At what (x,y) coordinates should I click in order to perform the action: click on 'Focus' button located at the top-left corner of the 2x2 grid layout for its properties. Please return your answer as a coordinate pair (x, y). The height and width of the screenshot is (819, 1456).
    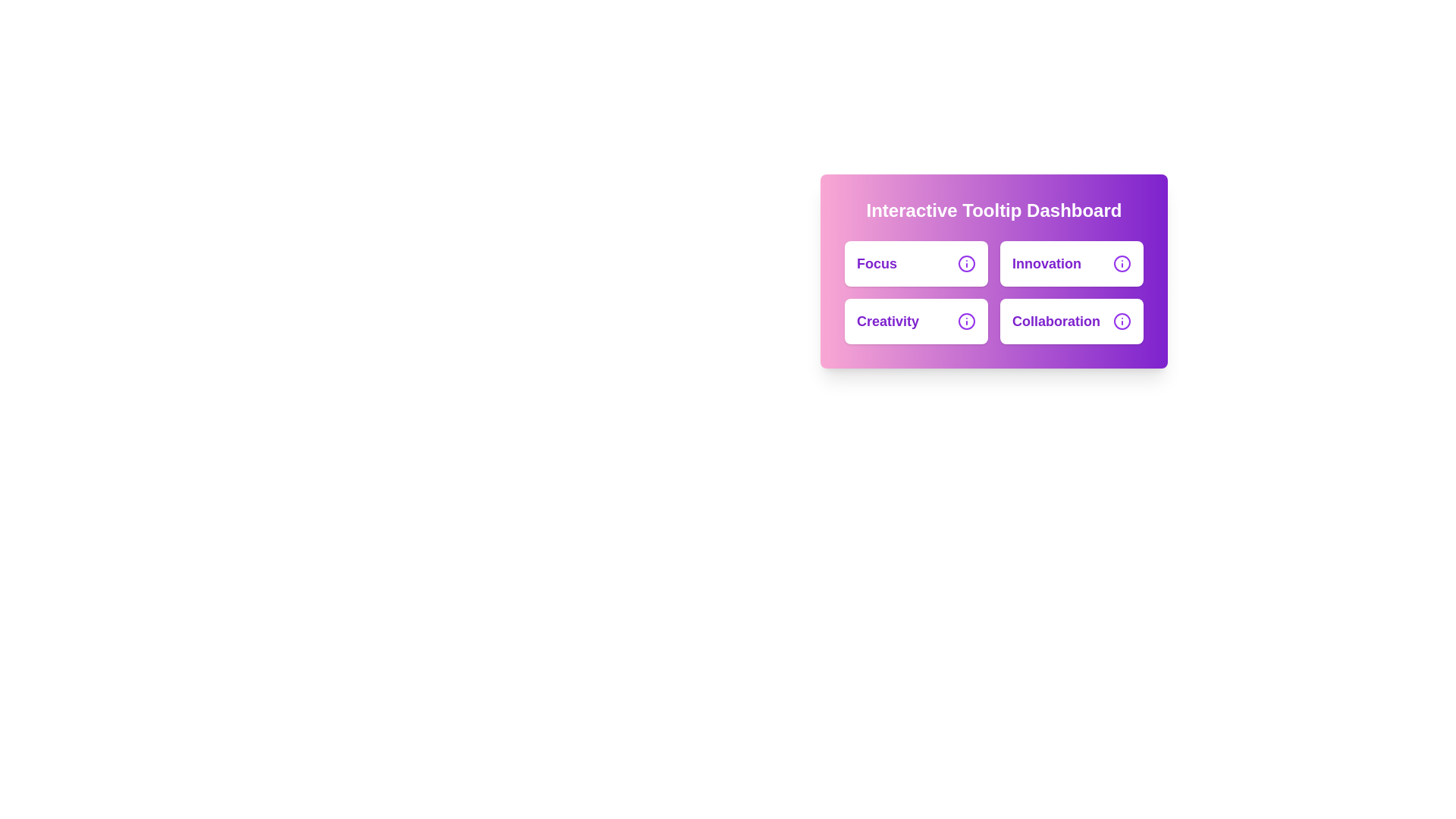
    Looking at the image, I should click on (915, 262).